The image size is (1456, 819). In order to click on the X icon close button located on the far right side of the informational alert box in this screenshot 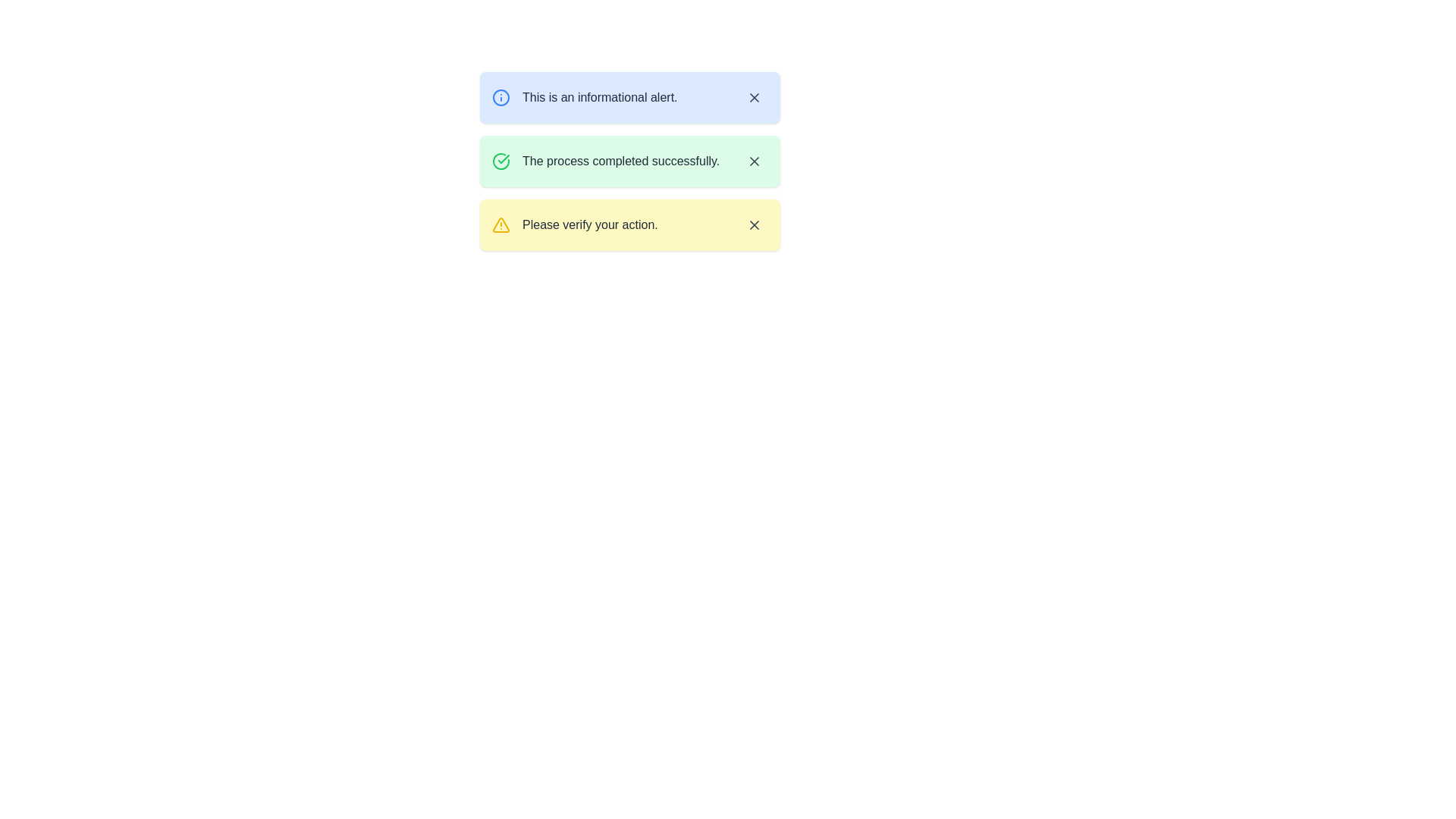, I will do `click(754, 97)`.